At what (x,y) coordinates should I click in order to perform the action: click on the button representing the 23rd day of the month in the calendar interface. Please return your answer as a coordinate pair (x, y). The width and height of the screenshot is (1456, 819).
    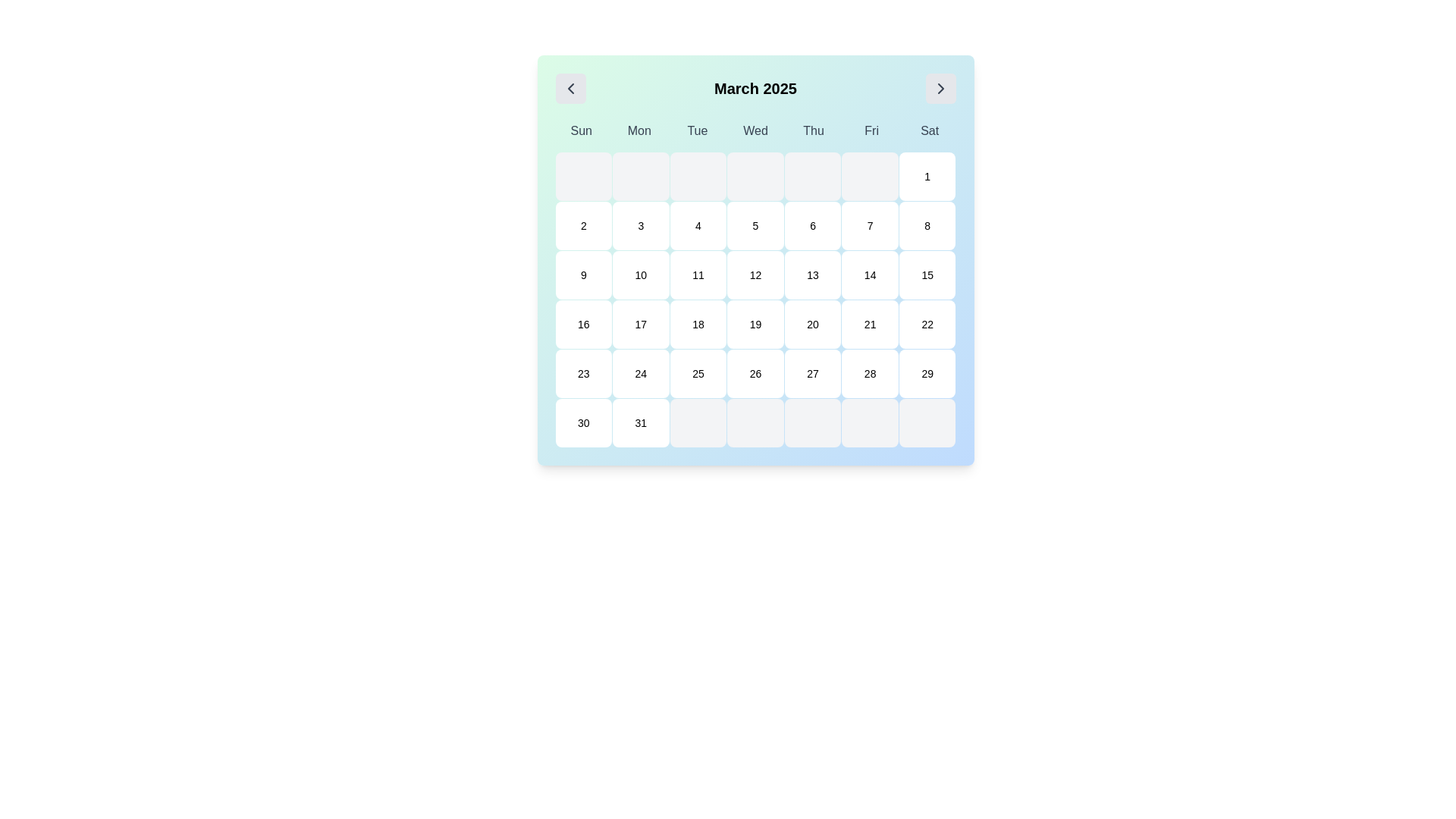
    Looking at the image, I should click on (582, 374).